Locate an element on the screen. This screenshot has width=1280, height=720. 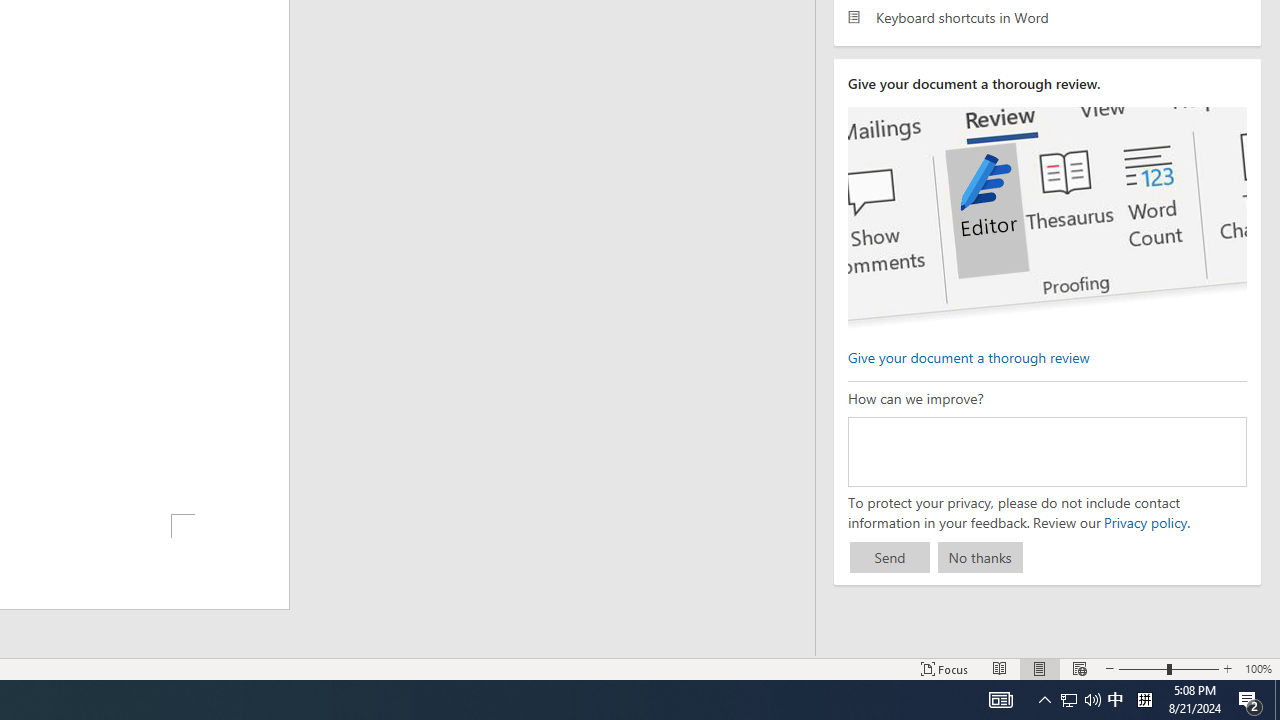
'No thanks' is located at coordinates (980, 557).